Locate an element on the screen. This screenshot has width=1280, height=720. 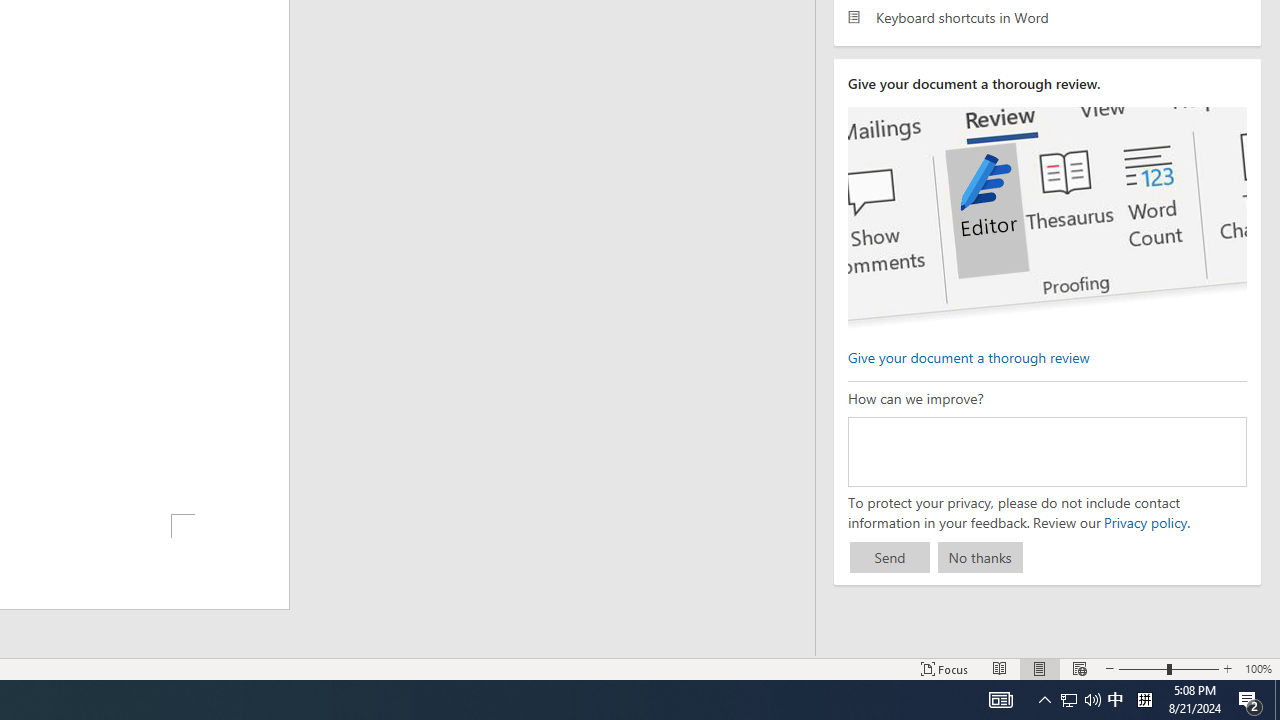
'No thanks' is located at coordinates (980, 557).